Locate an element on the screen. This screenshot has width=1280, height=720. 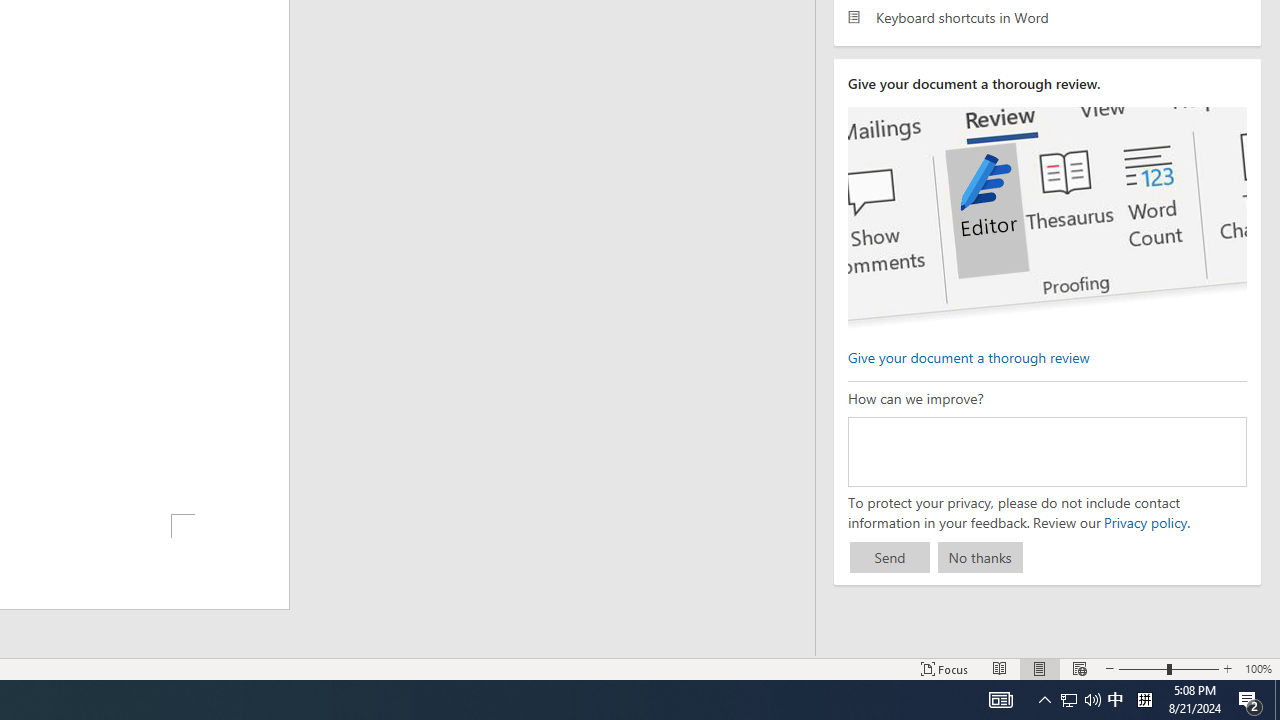
'No thanks' is located at coordinates (980, 557).